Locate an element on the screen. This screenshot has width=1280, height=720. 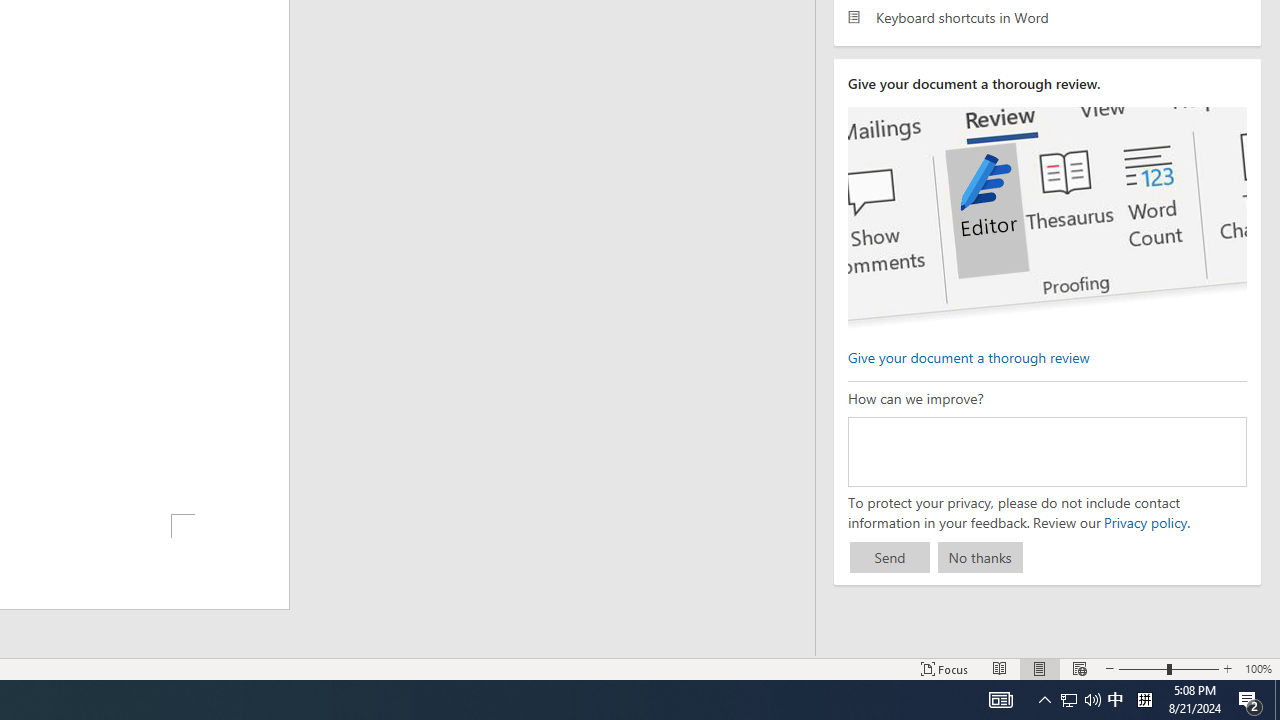
'No thanks' is located at coordinates (980, 557).